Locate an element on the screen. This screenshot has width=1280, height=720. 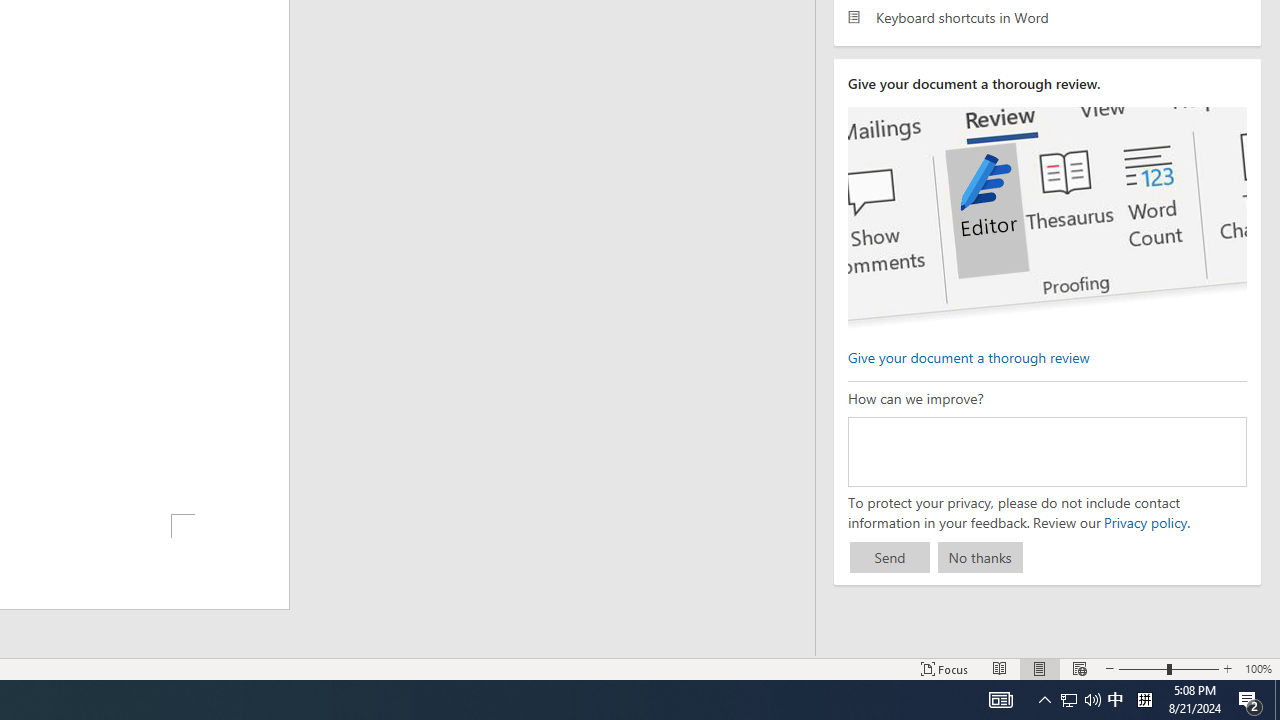
'No thanks' is located at coordinates (980, 557).